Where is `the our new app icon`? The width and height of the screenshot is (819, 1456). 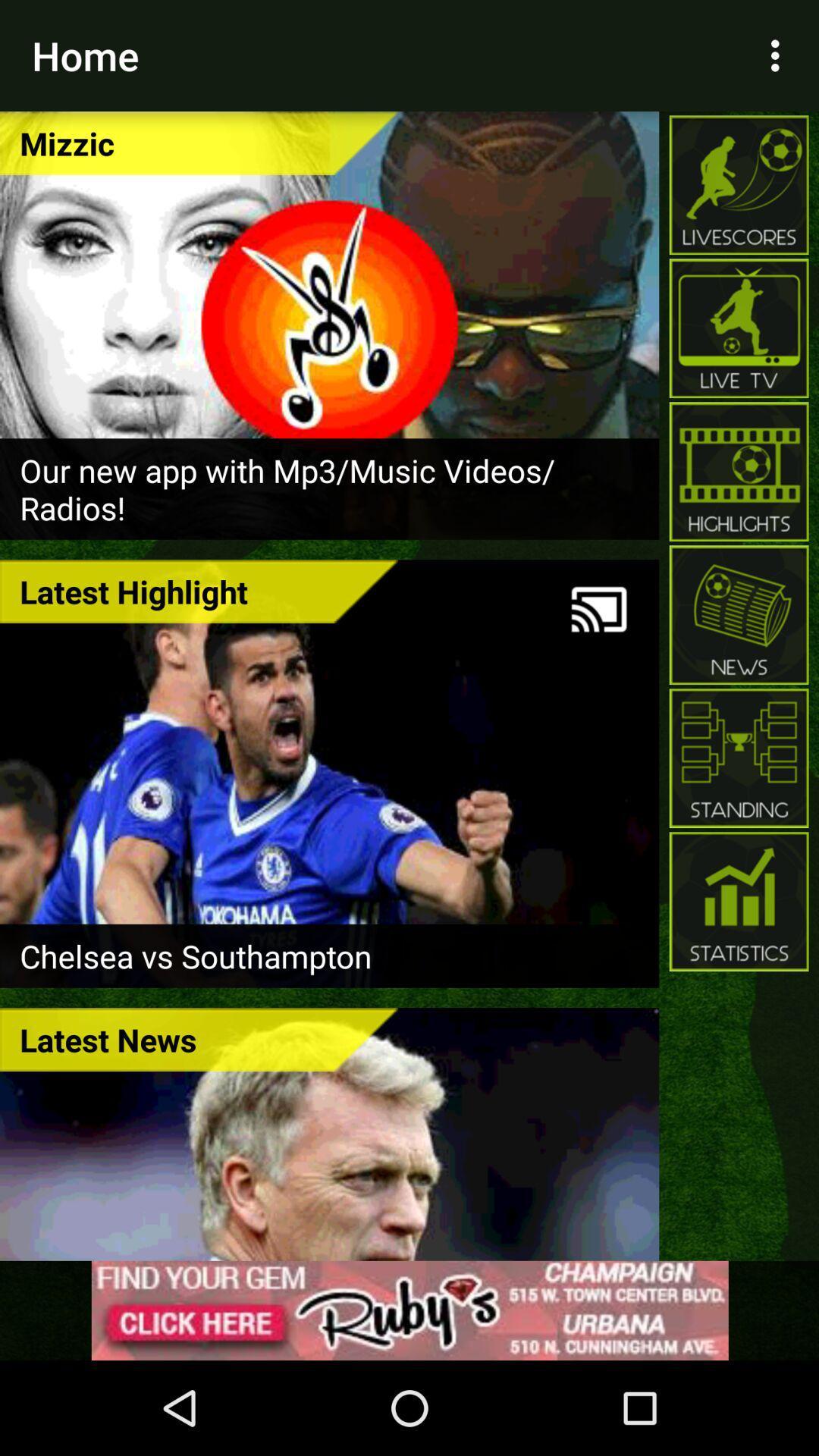
the our new app icon is located at coordinates (328, 488).